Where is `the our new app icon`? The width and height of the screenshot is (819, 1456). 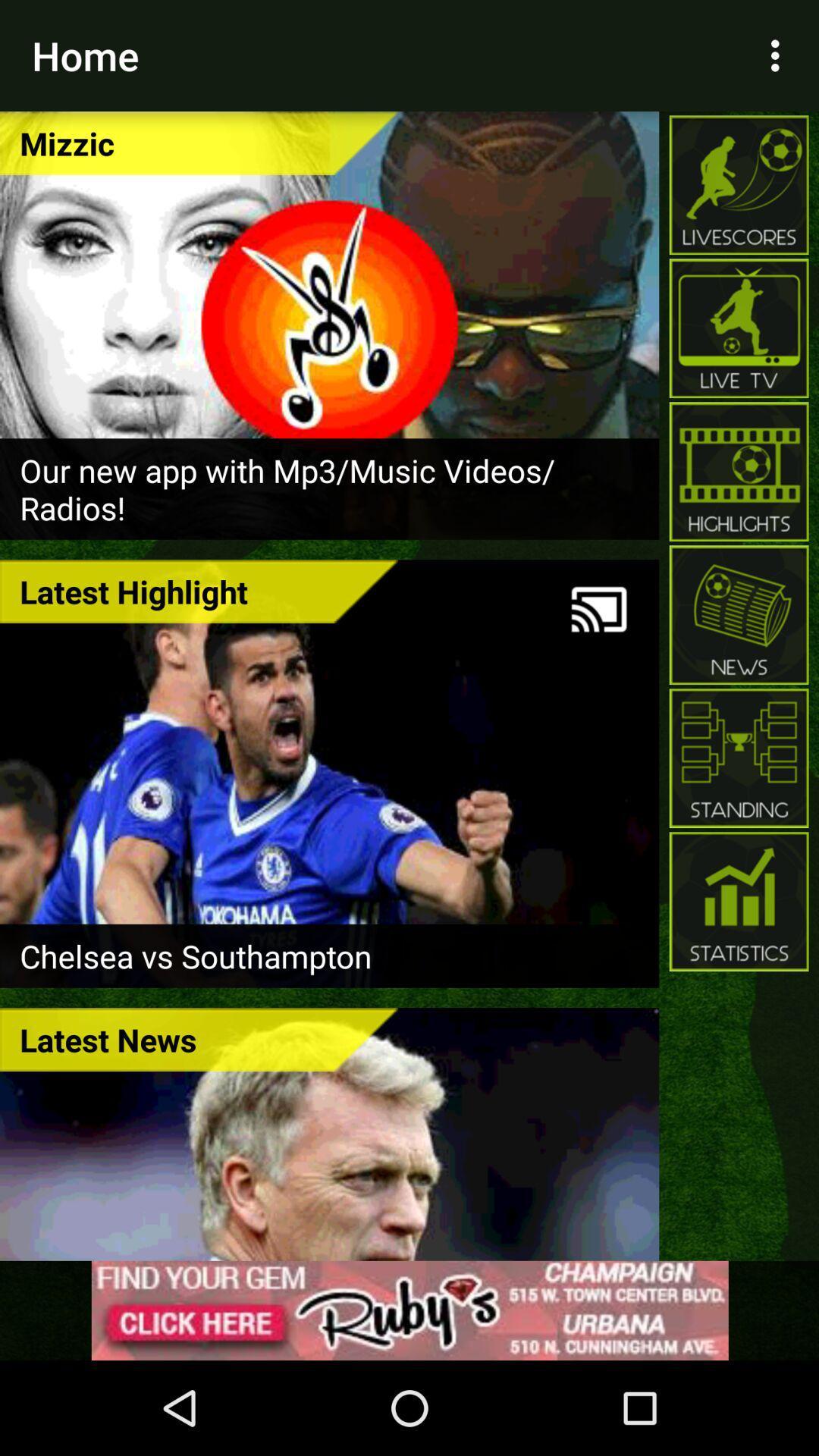
the our new app icon is located at coordinates (328, 488).